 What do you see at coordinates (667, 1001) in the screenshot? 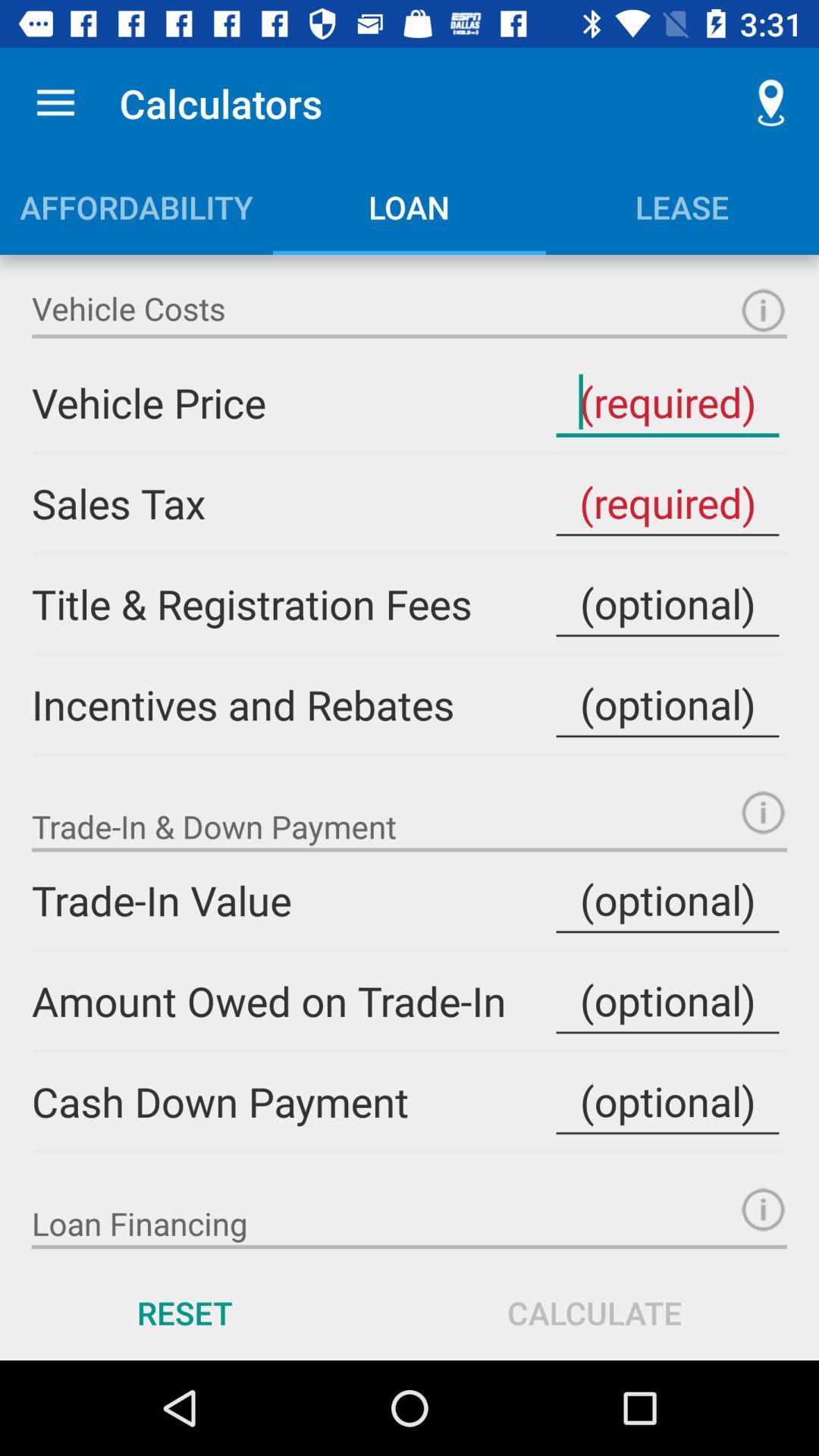
I see `input amount owed on trade` at bounding box center [667, 1001].